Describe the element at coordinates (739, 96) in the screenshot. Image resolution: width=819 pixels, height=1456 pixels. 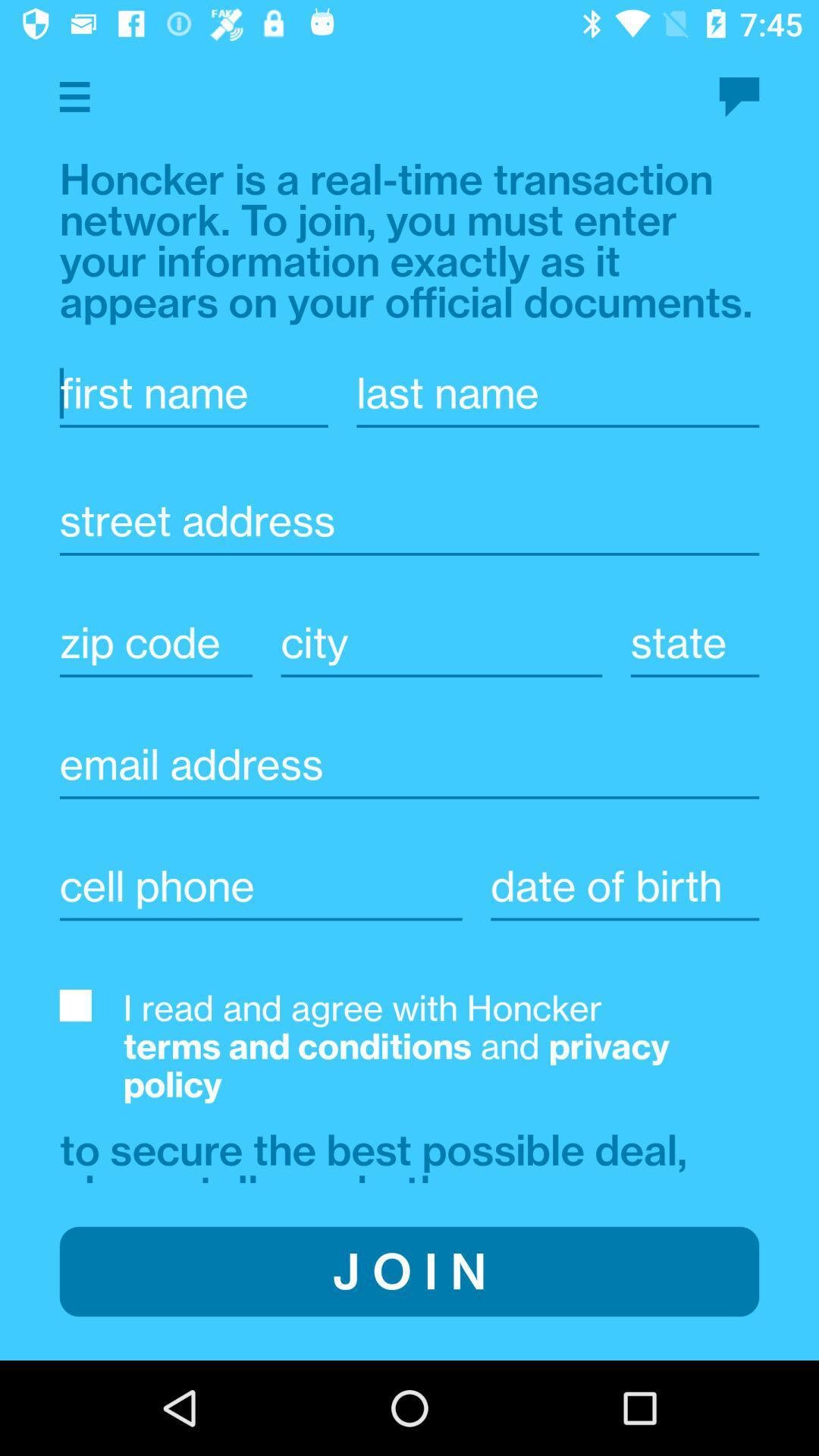
I see `contact us` at that location.